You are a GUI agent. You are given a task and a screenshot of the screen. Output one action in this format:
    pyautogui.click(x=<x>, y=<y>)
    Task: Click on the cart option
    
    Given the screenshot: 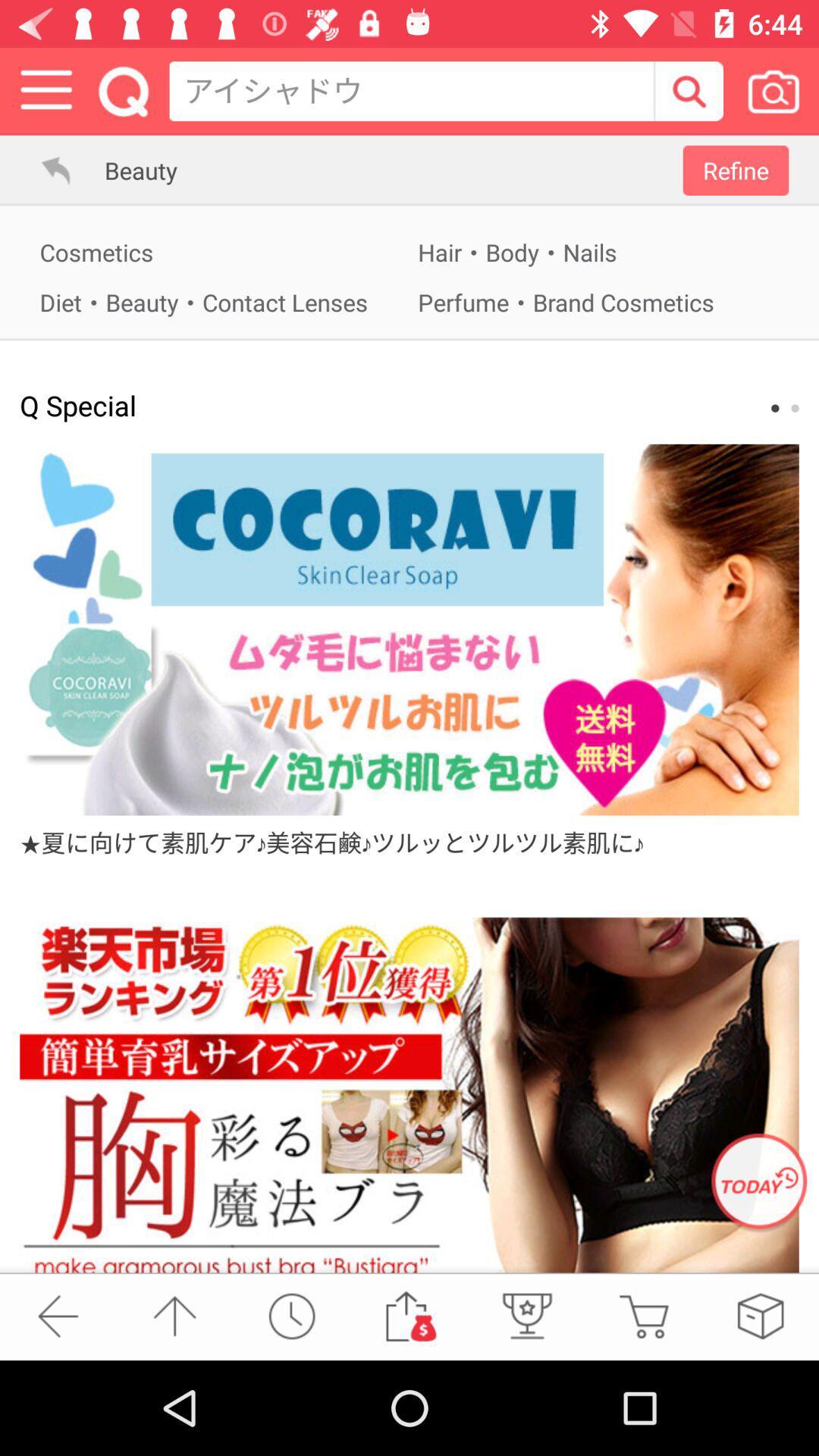 What is the action you would take?
    pyautogui.click(x=643, y=1315)
    